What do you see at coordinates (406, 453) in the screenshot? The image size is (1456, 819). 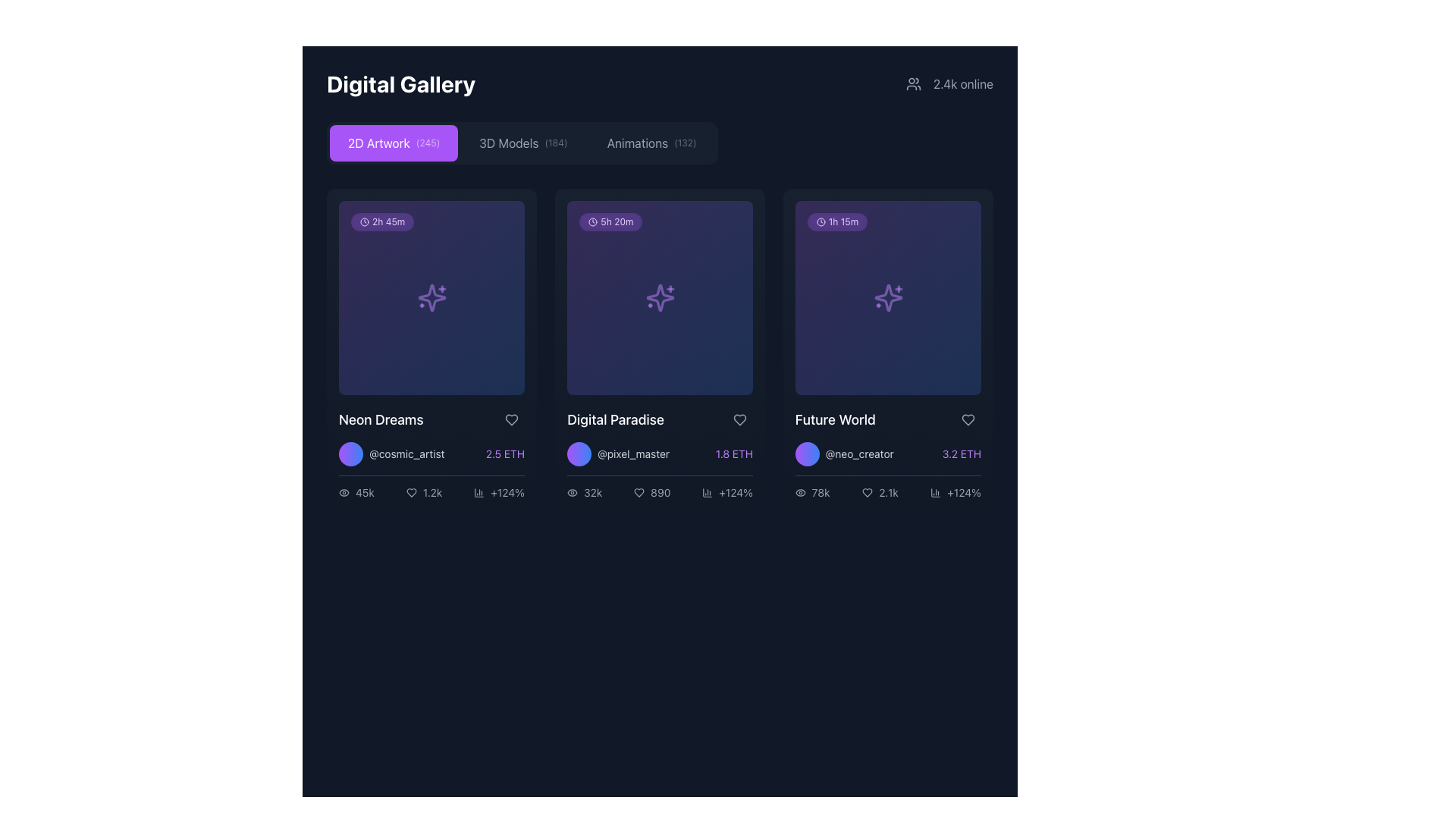 I see `the text label '@cosmic_artist' located to the right of the avatar image` at bounding box center [406, 453].